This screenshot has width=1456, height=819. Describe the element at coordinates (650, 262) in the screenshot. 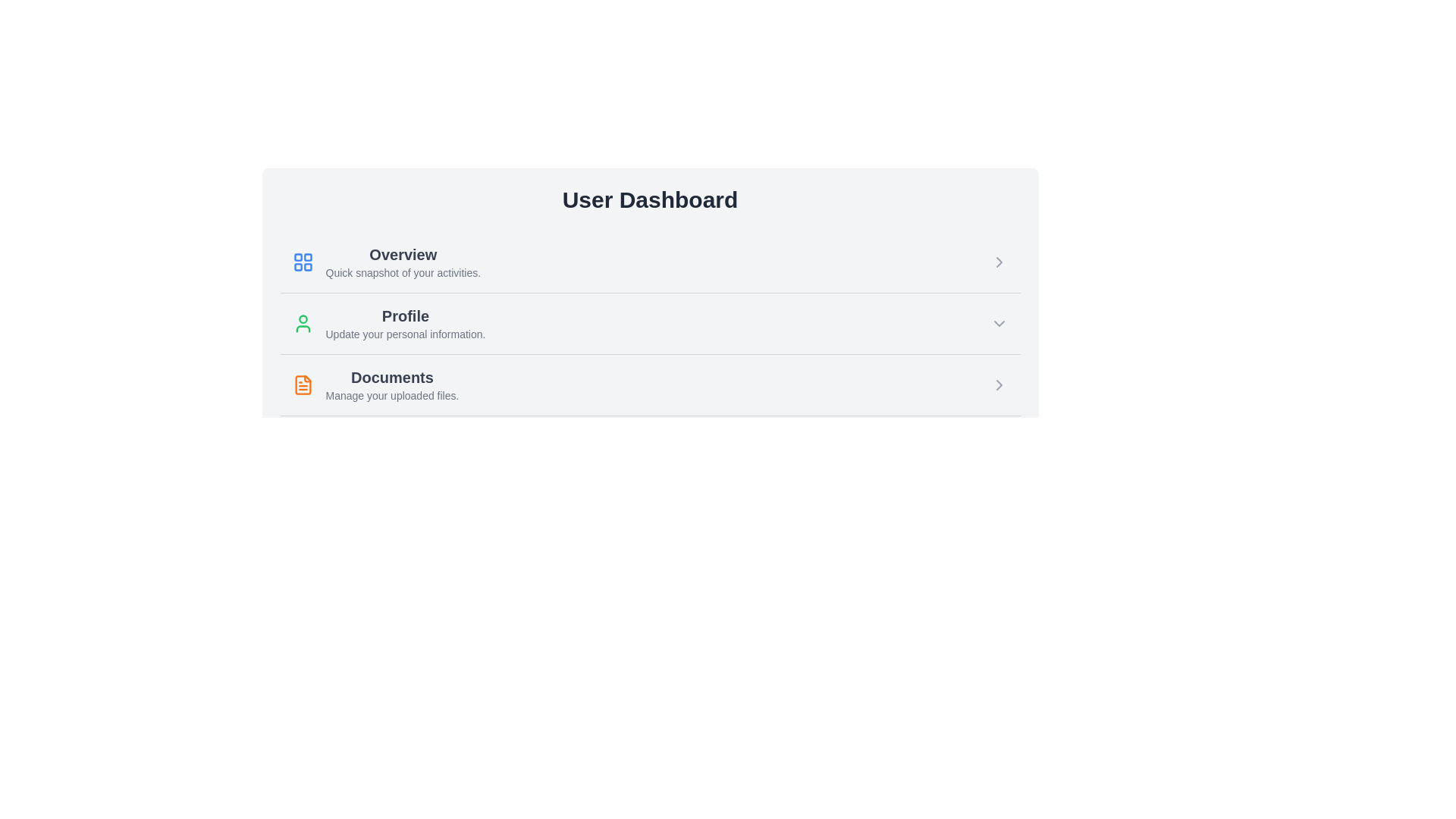

I see `the topmost navigation list item in the User Dashboard` at that location.